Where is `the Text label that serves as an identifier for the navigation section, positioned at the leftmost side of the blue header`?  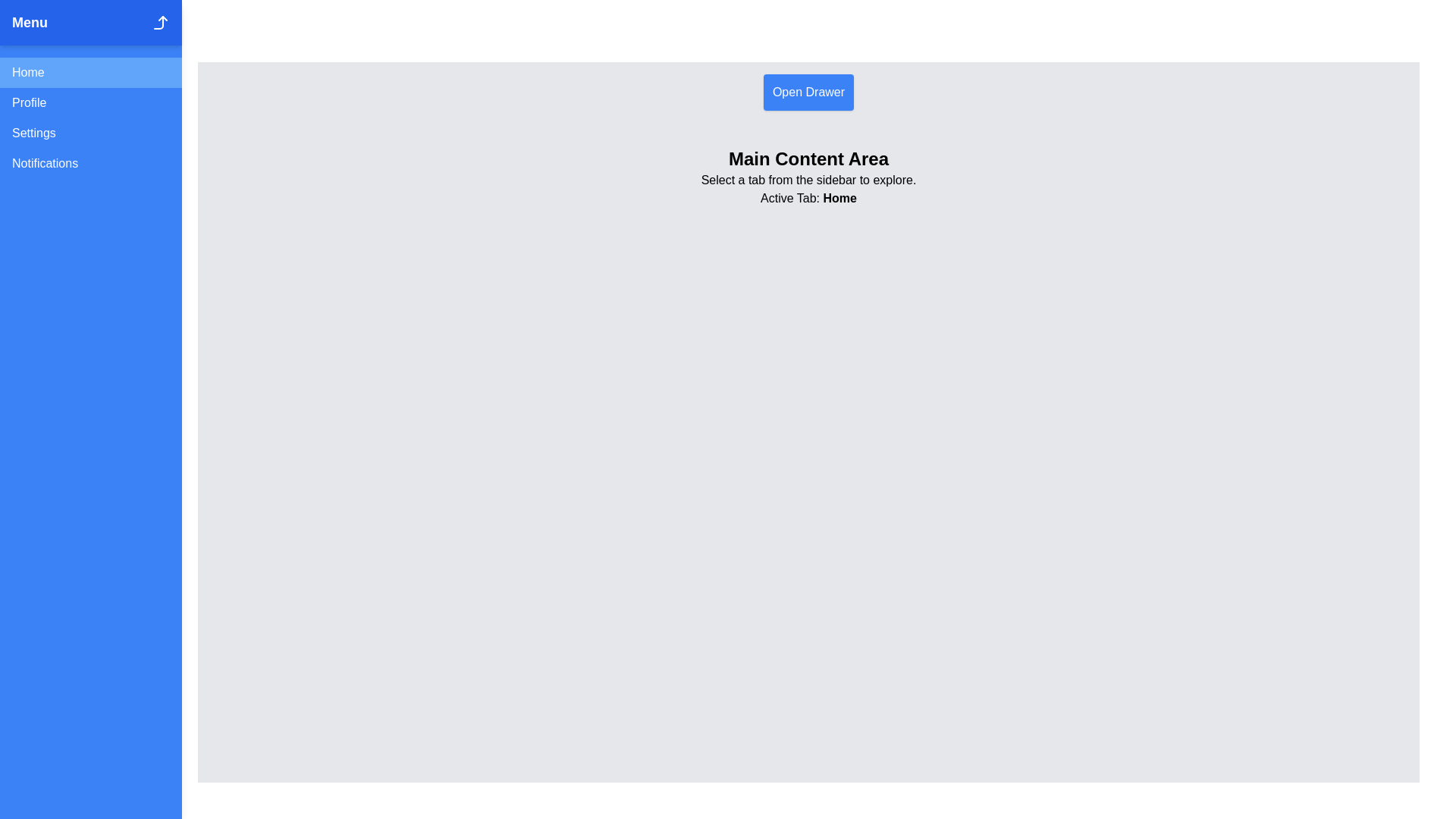
the Text label that serves as an identifier for the navigation section, positioned at the leftmost side of the blue header is located at coordinates (30, 23).